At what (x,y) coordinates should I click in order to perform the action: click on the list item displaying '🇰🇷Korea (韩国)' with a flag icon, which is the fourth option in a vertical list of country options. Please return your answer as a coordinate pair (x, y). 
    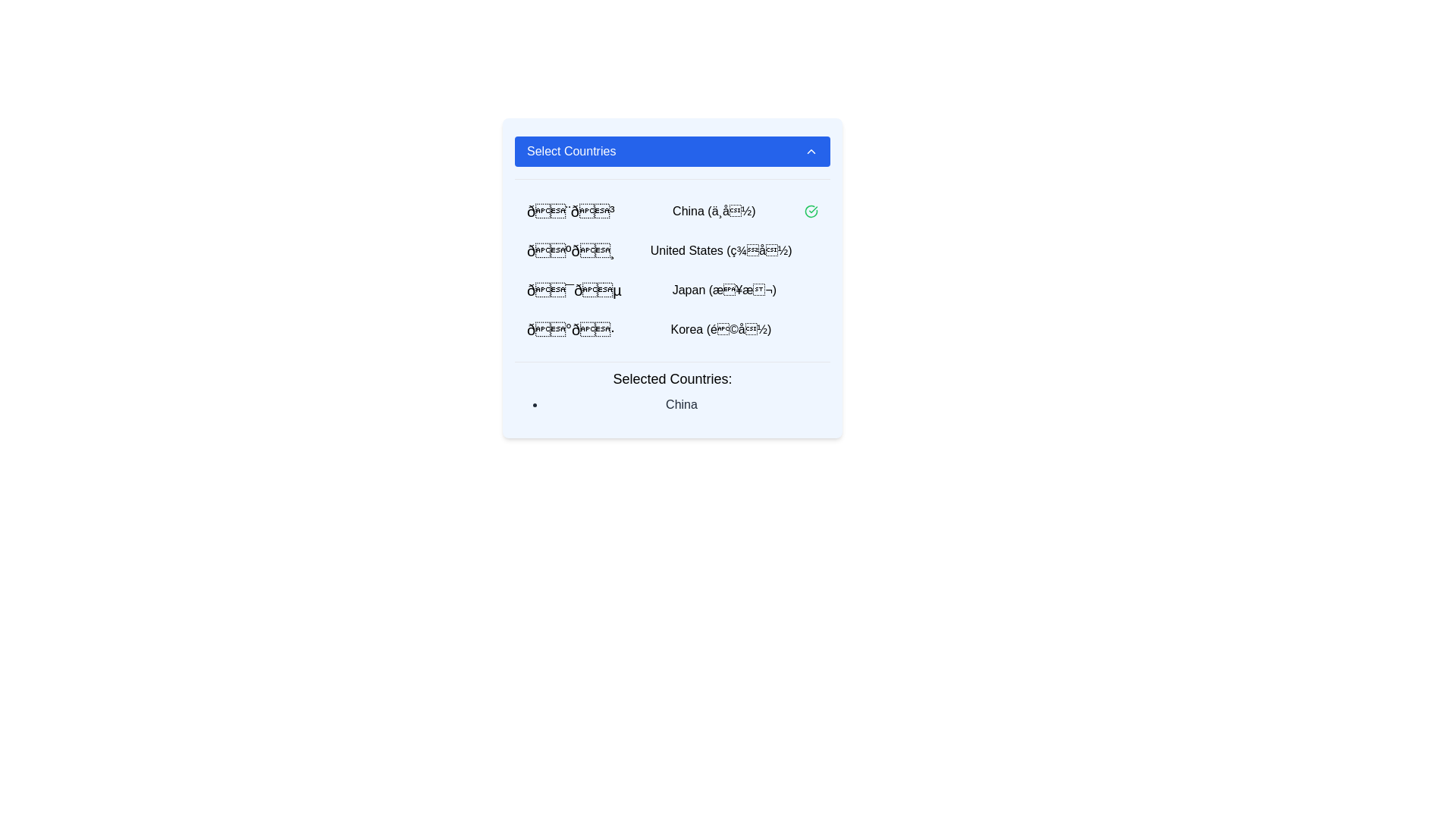
    Looking at the image, I should click on (672, 329).